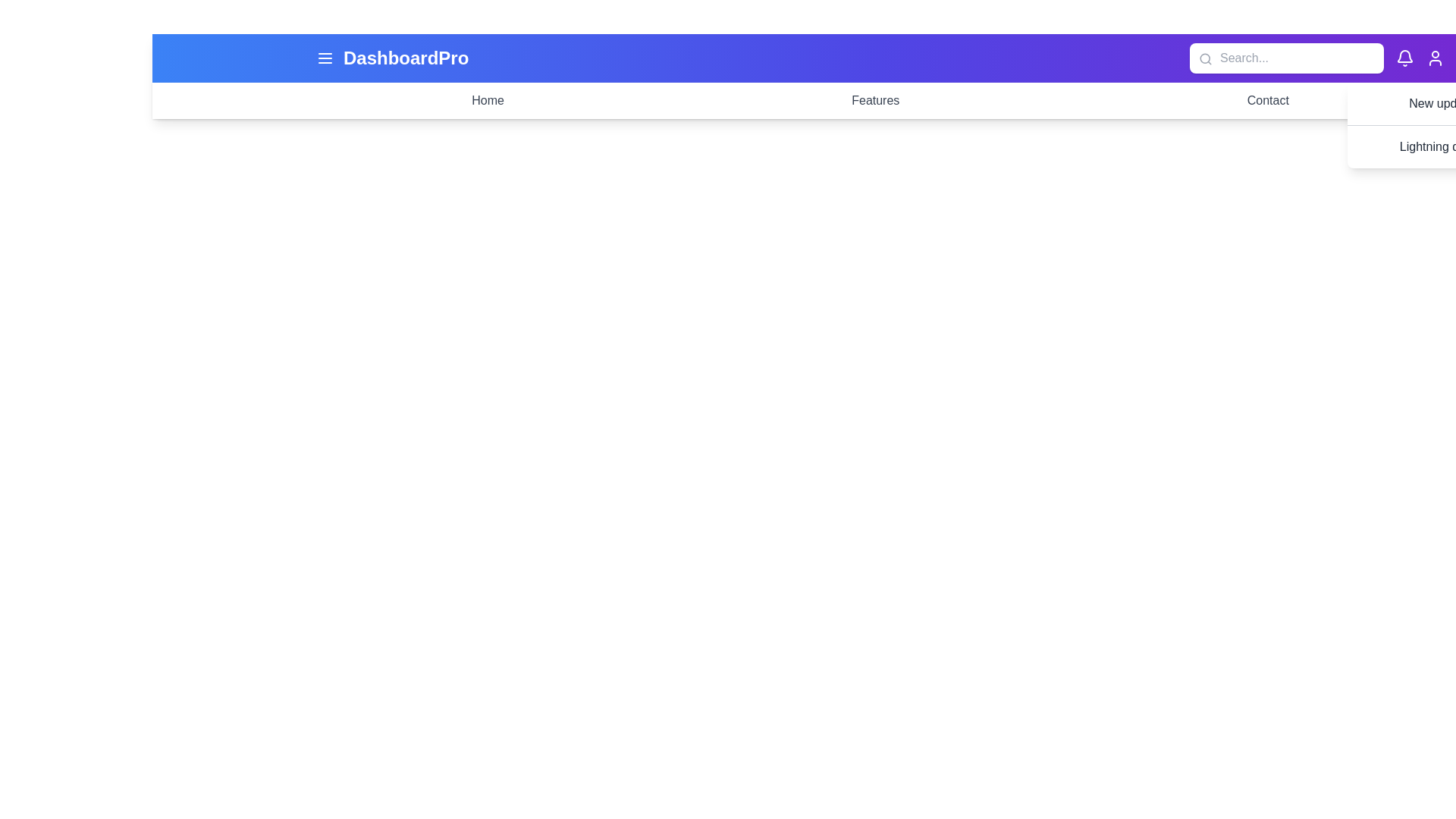  What do you see at coordinates (1268, 100) in the screenshot?
I see `the menu item Contact to navigate to the corresponding section` at bounding box center [1268, 100].